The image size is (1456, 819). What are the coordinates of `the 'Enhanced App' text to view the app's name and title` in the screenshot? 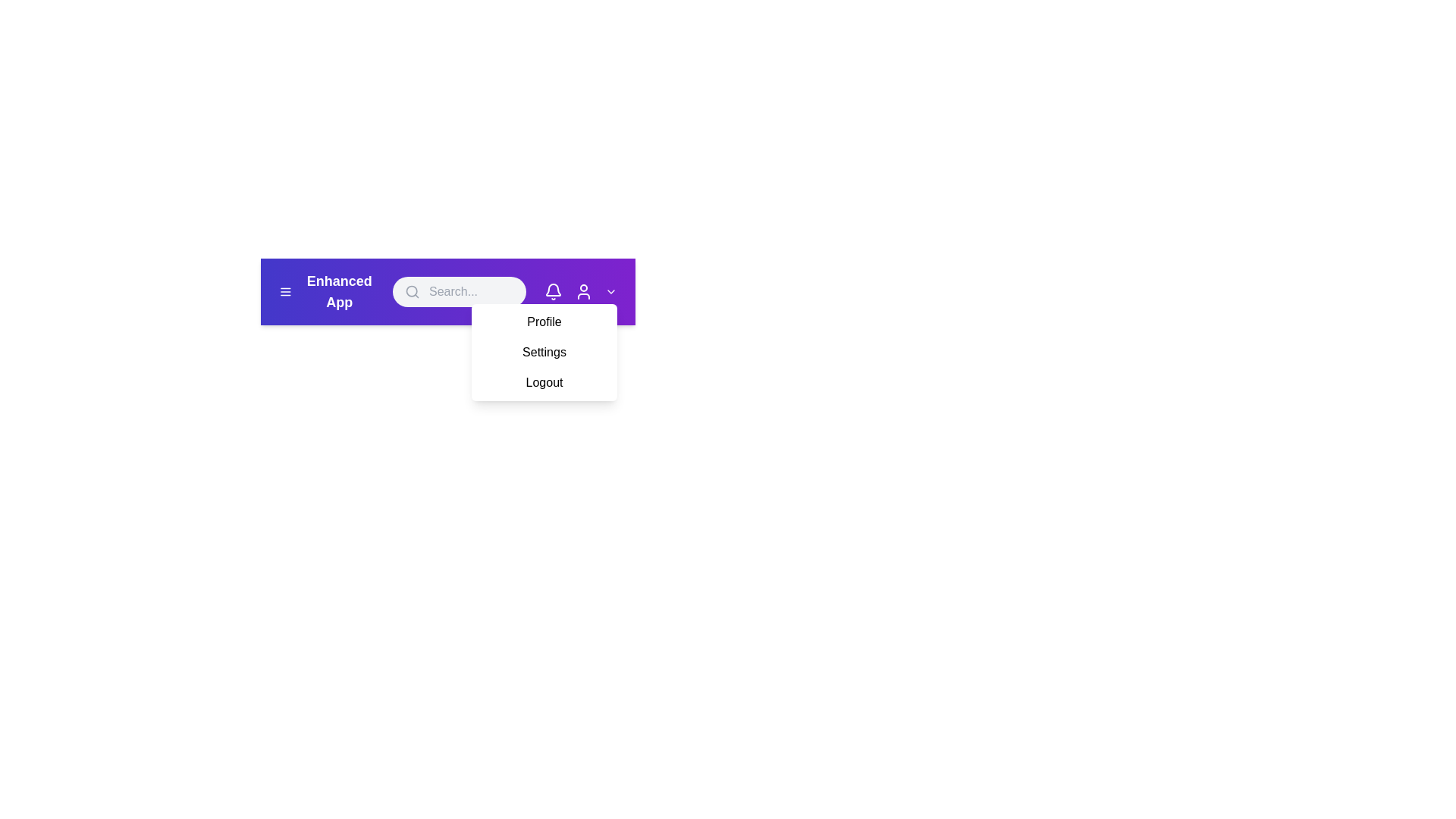 It's located at (338, 292).